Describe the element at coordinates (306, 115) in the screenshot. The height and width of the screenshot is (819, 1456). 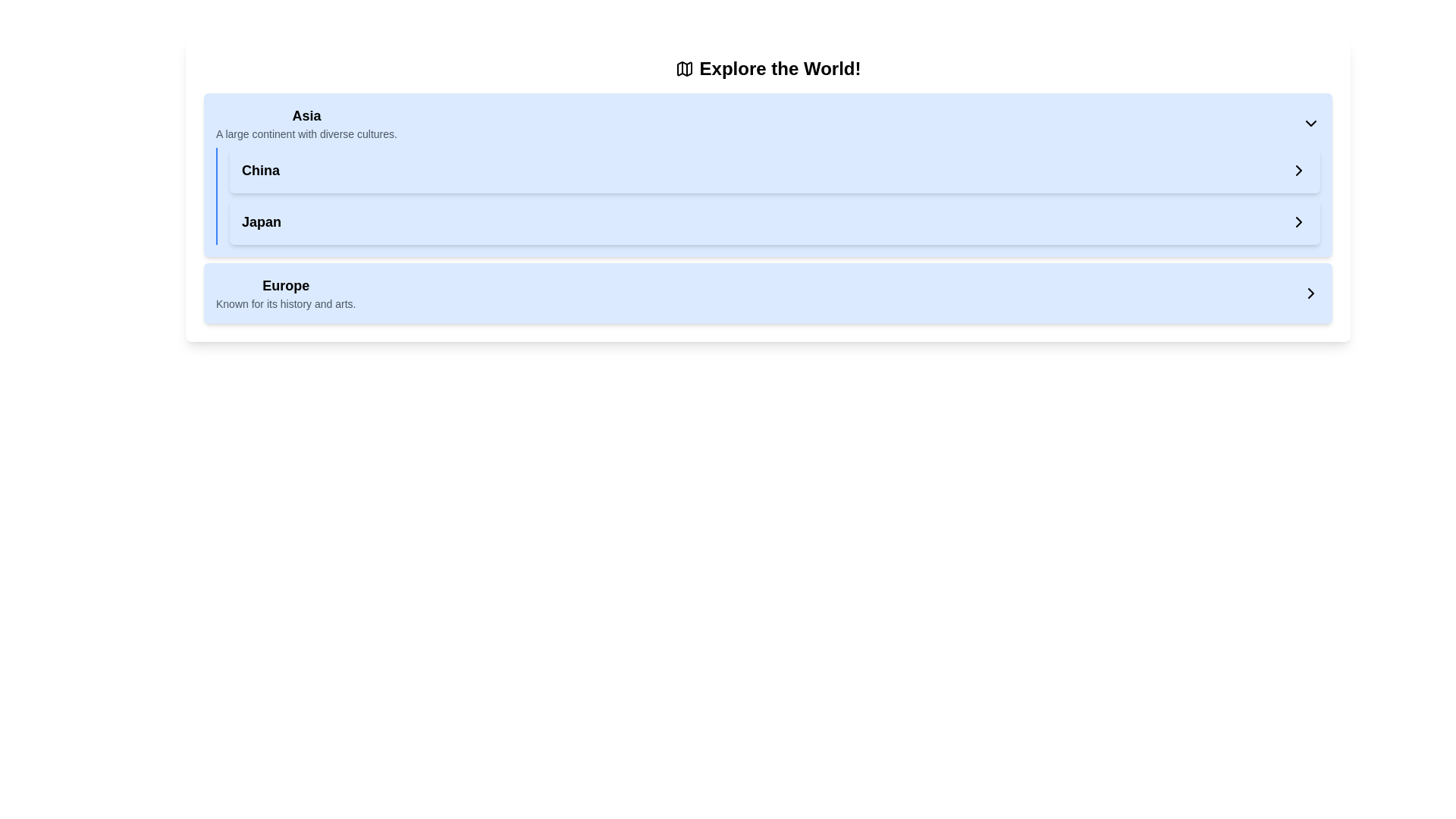
I see `the area surrounding the 'Asia' section title, which serves as a header for the section and is positioned above descriptive text` at that location.